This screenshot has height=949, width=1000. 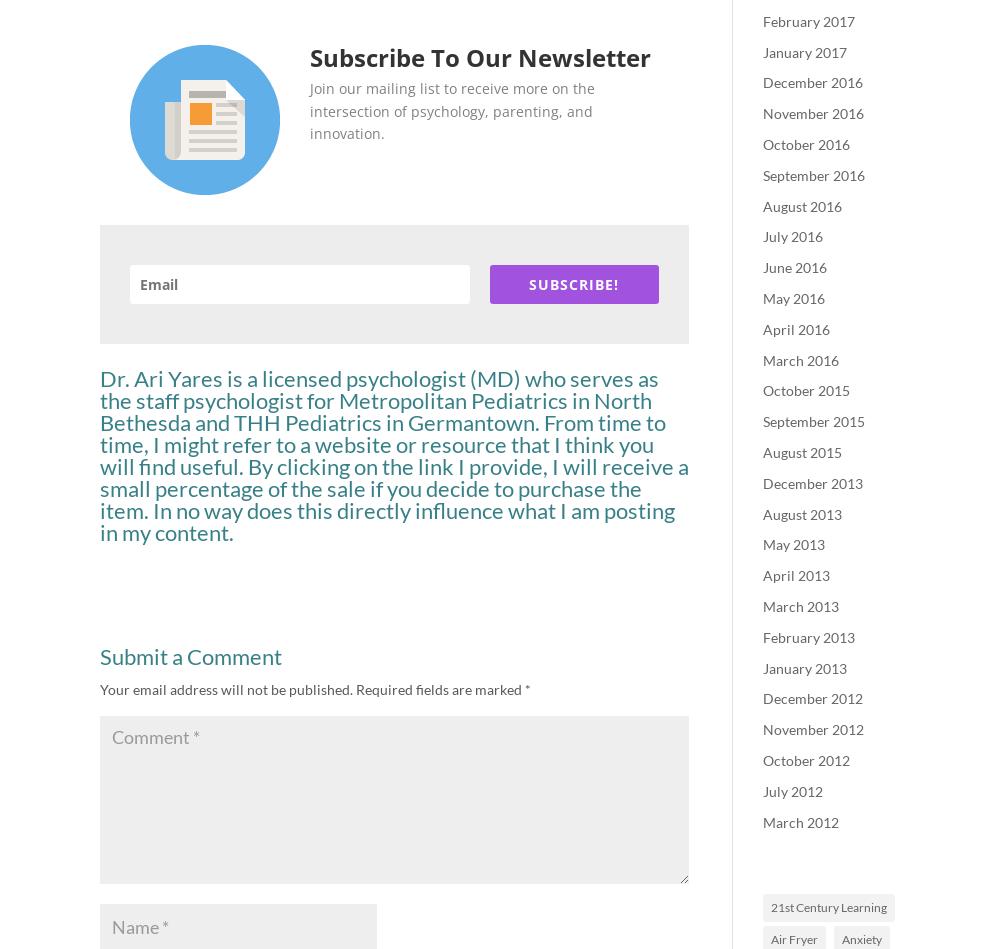 What do you see at coordinates (225, 688) in the screenshot?
I see `'Your email address will not be published.'` at bounding box center [225, 688].